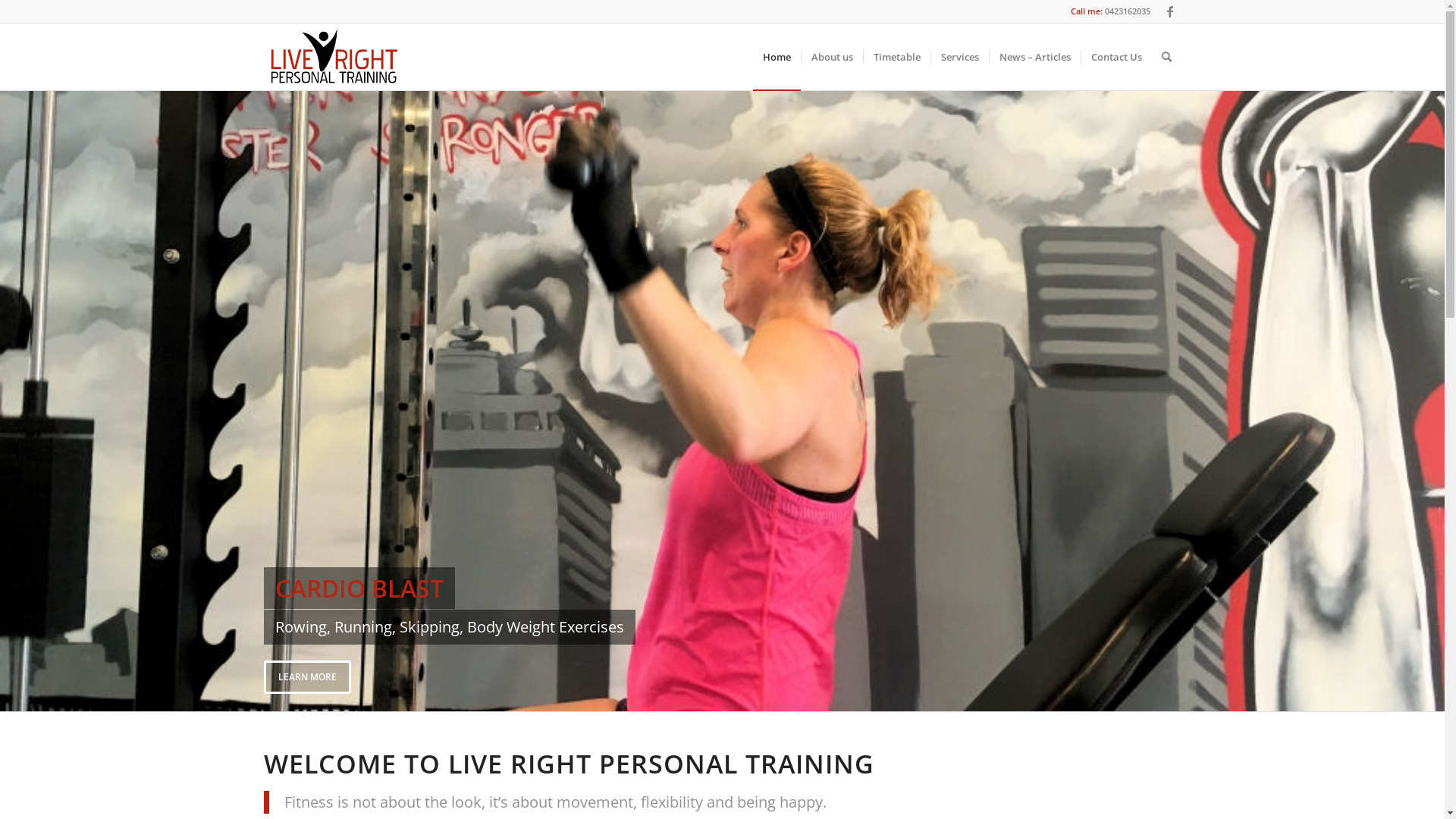 This screenshot has width=1456, height=819. I want to click on 'Facebook', so click(1169, 11).